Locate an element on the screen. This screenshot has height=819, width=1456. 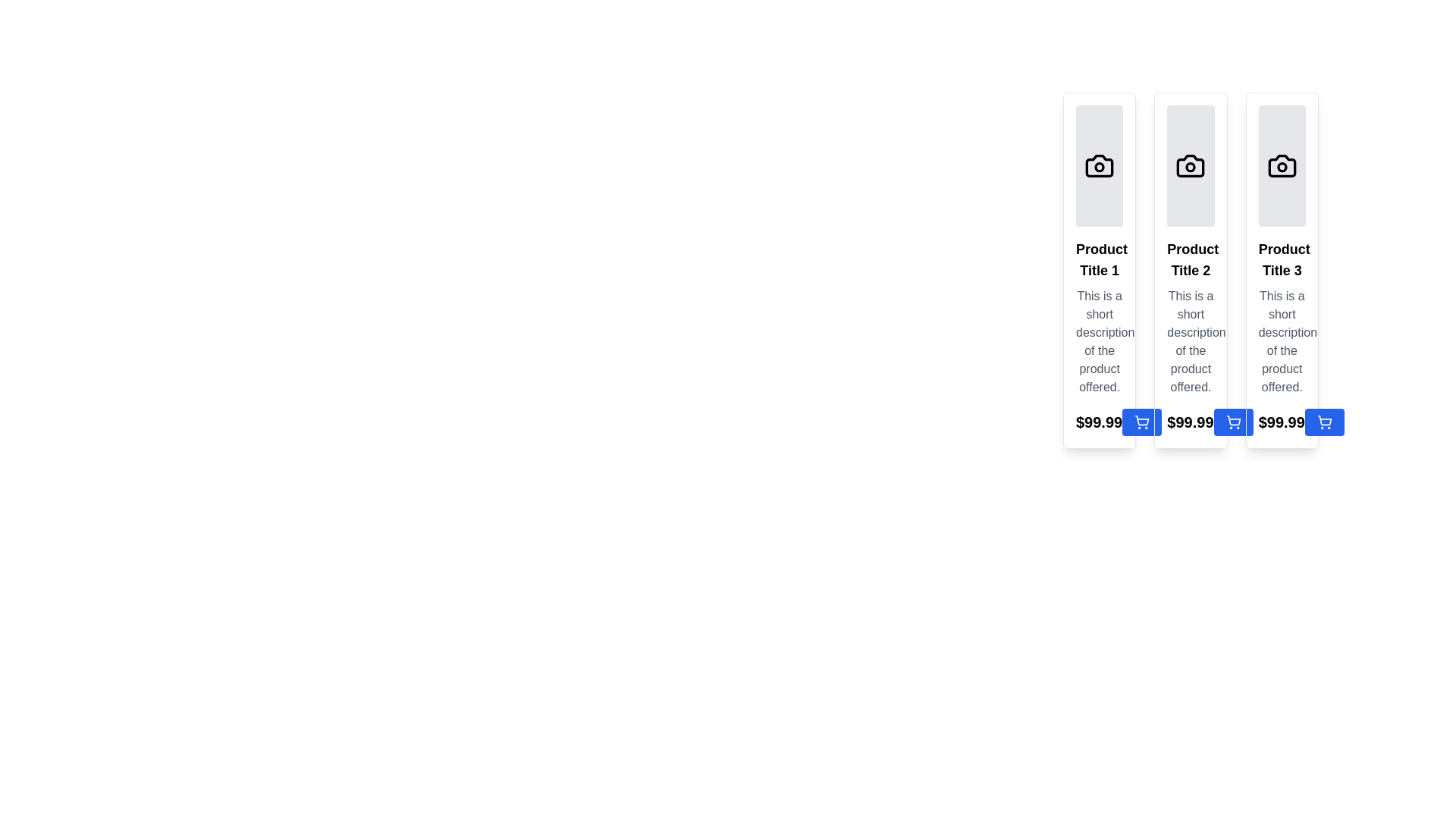
the decorative circle within the camera icon of the first product card titled 'Product Title 1', which is the second rendered element in the SVG graphic is located at coordinates (1100, 167).